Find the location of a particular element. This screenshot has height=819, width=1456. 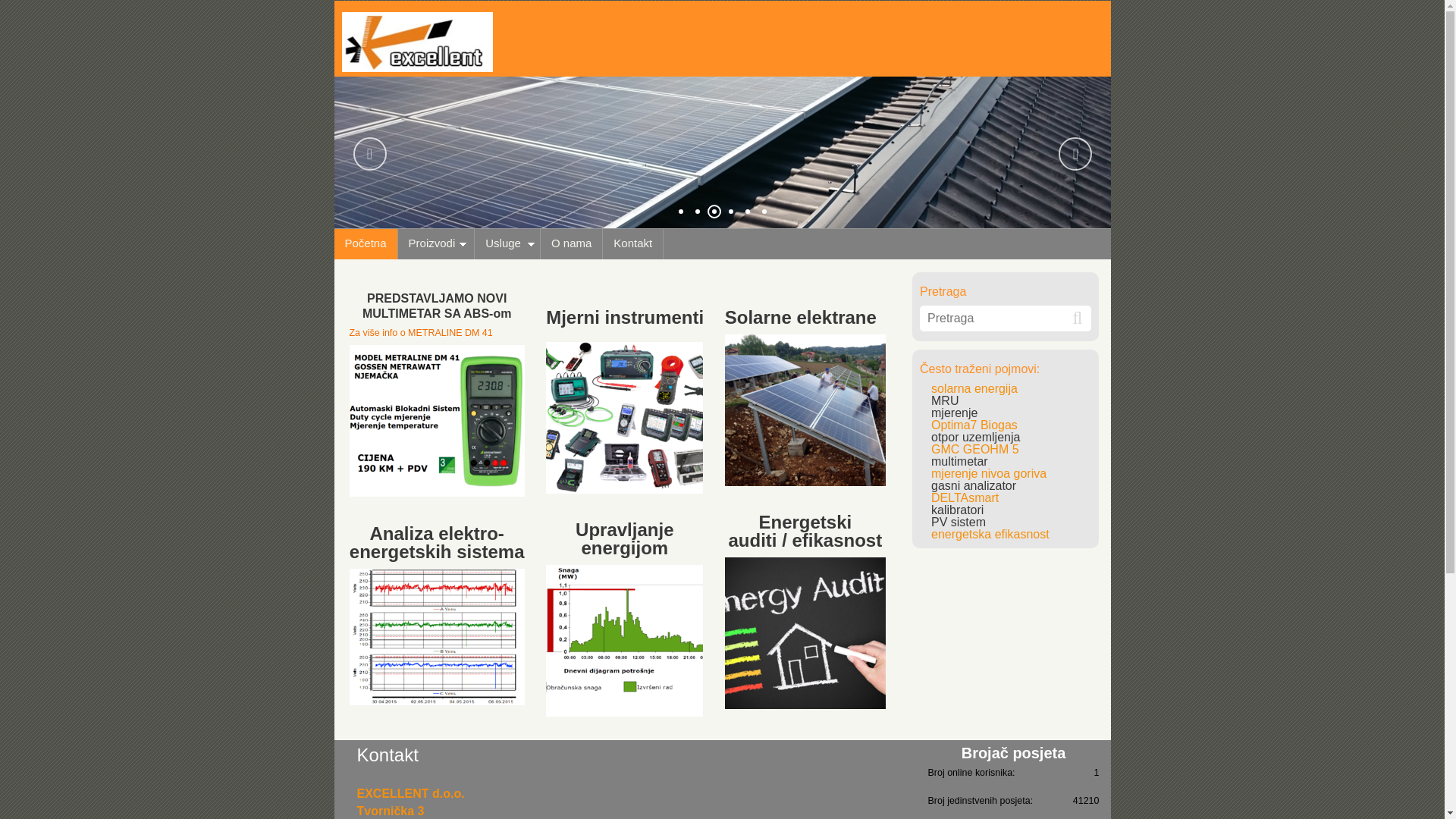

'gasni analizator' is located at coordinates (930, 485).